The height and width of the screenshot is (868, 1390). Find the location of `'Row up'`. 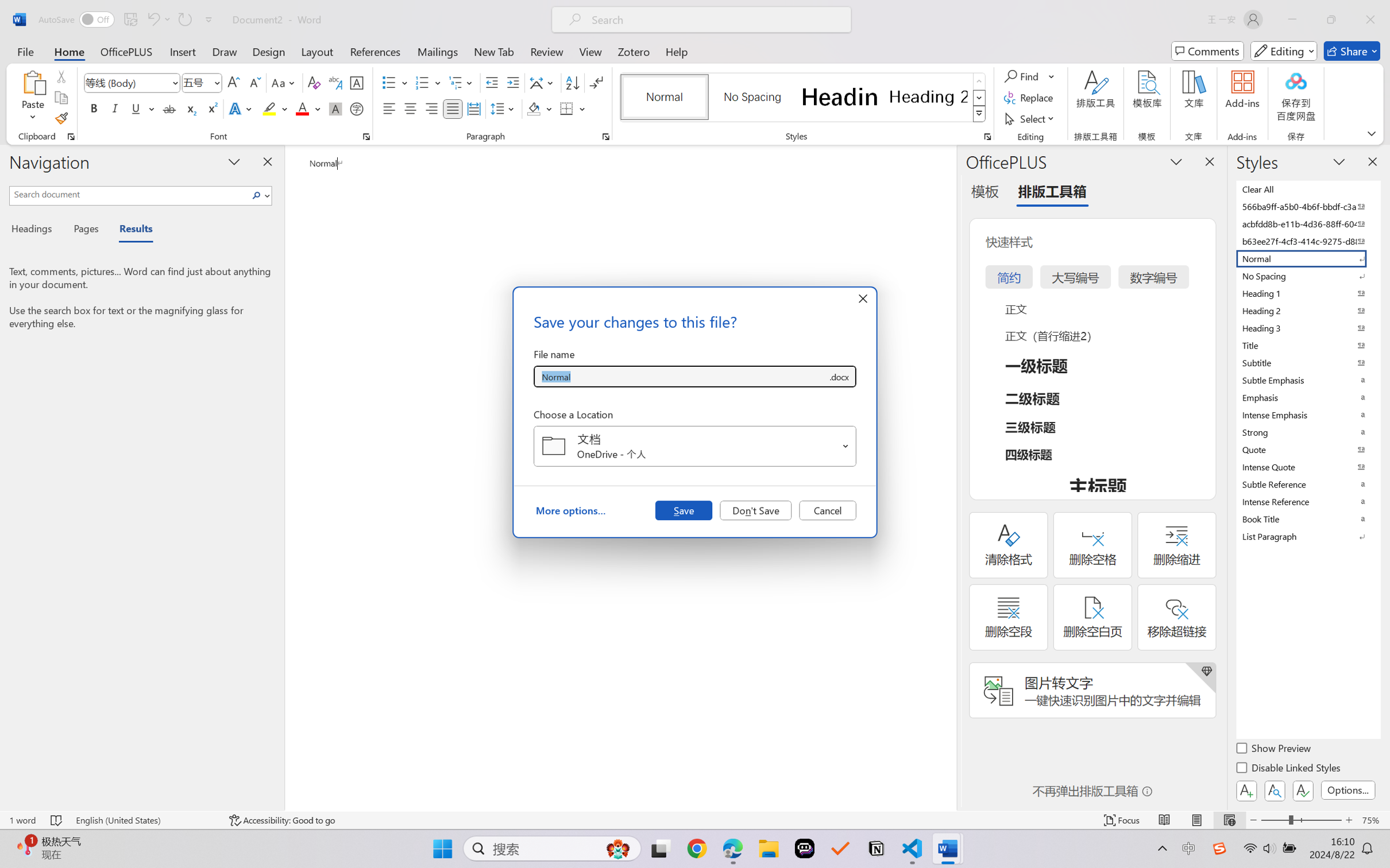

'Row up' is located at coordinates (978, 81).